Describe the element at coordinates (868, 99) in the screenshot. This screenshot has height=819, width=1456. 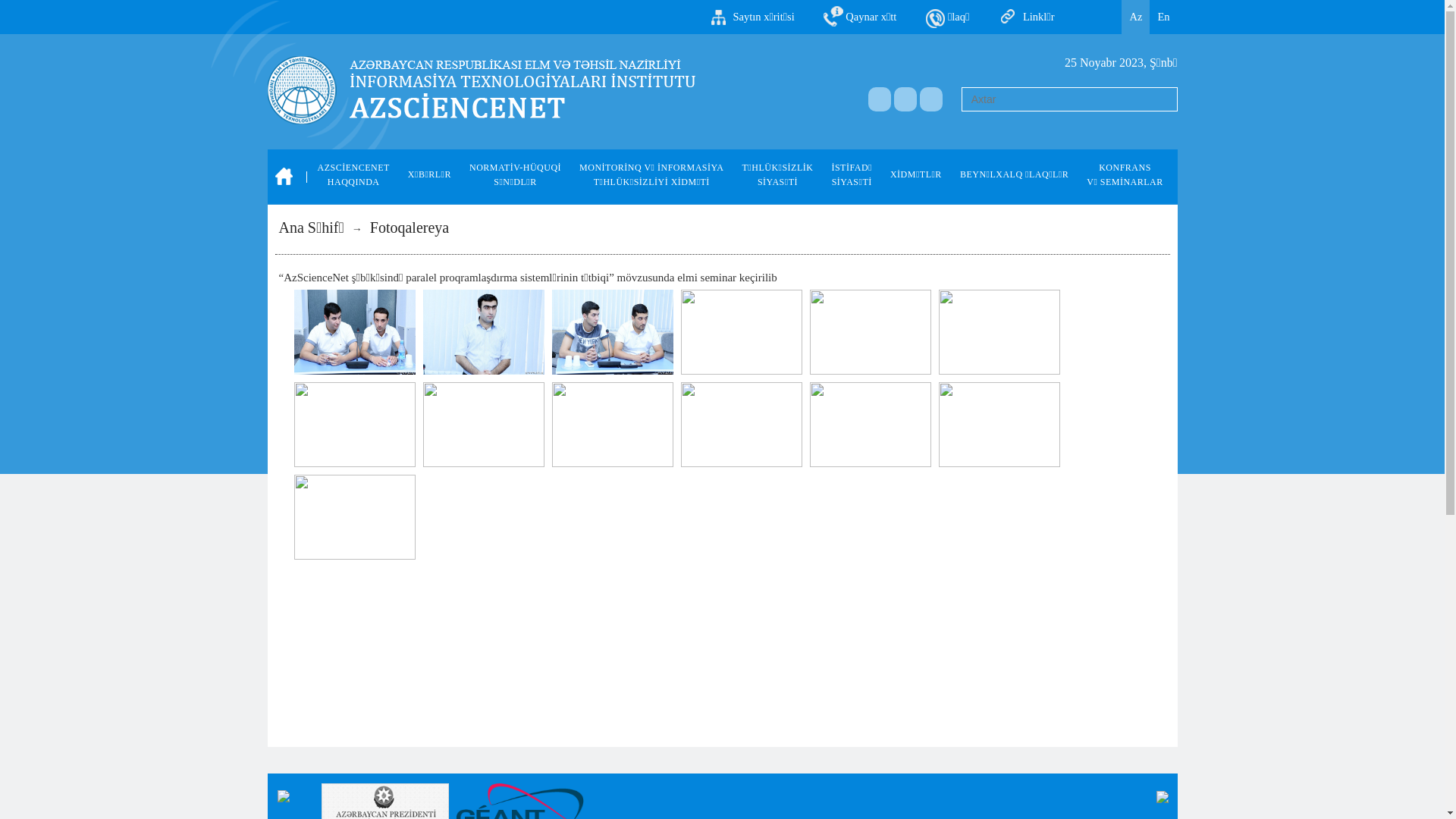
I see `'a'` at that location.